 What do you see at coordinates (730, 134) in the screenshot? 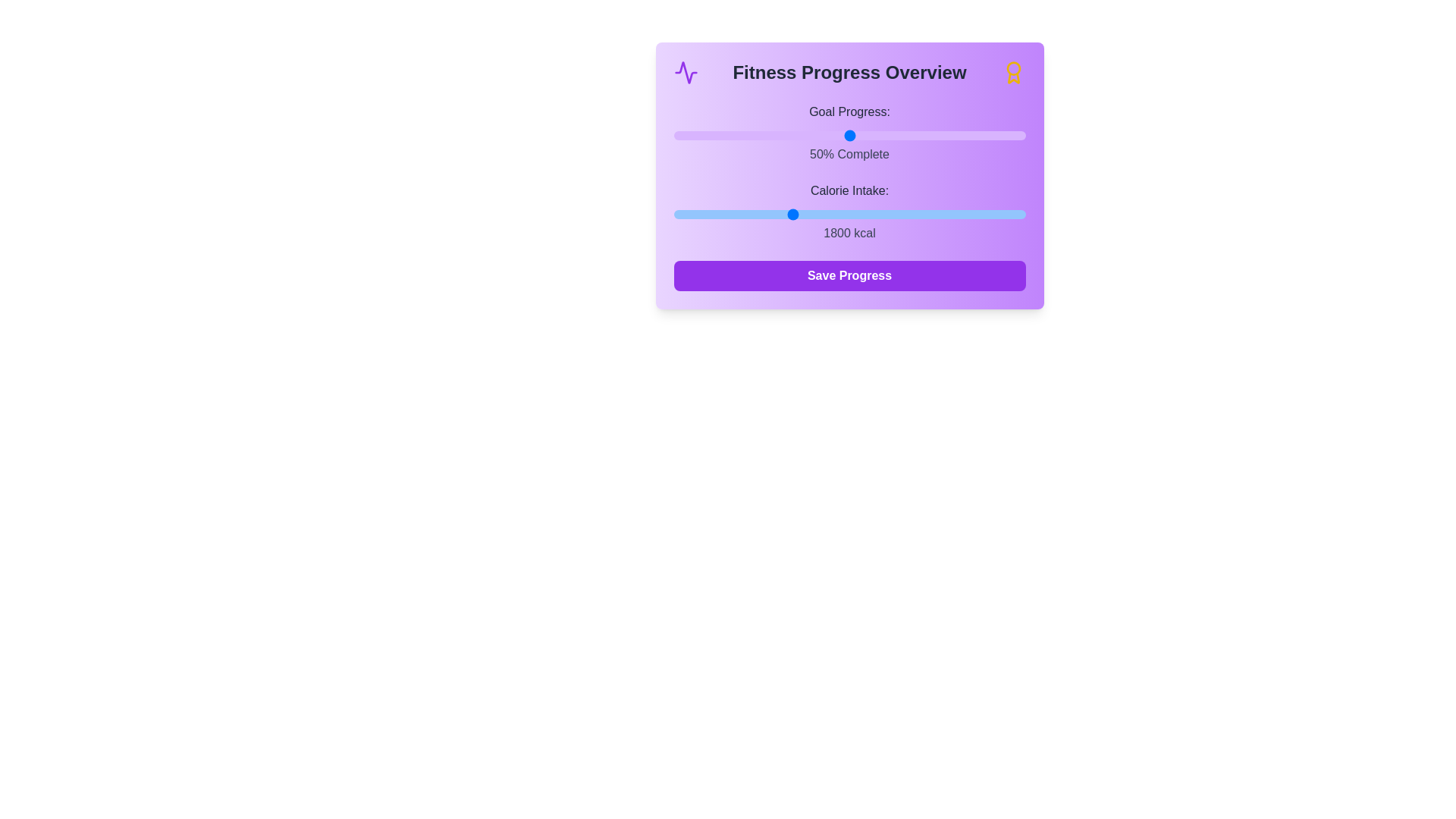
I see `the goal progress slider` at bounding box center [730, 134].